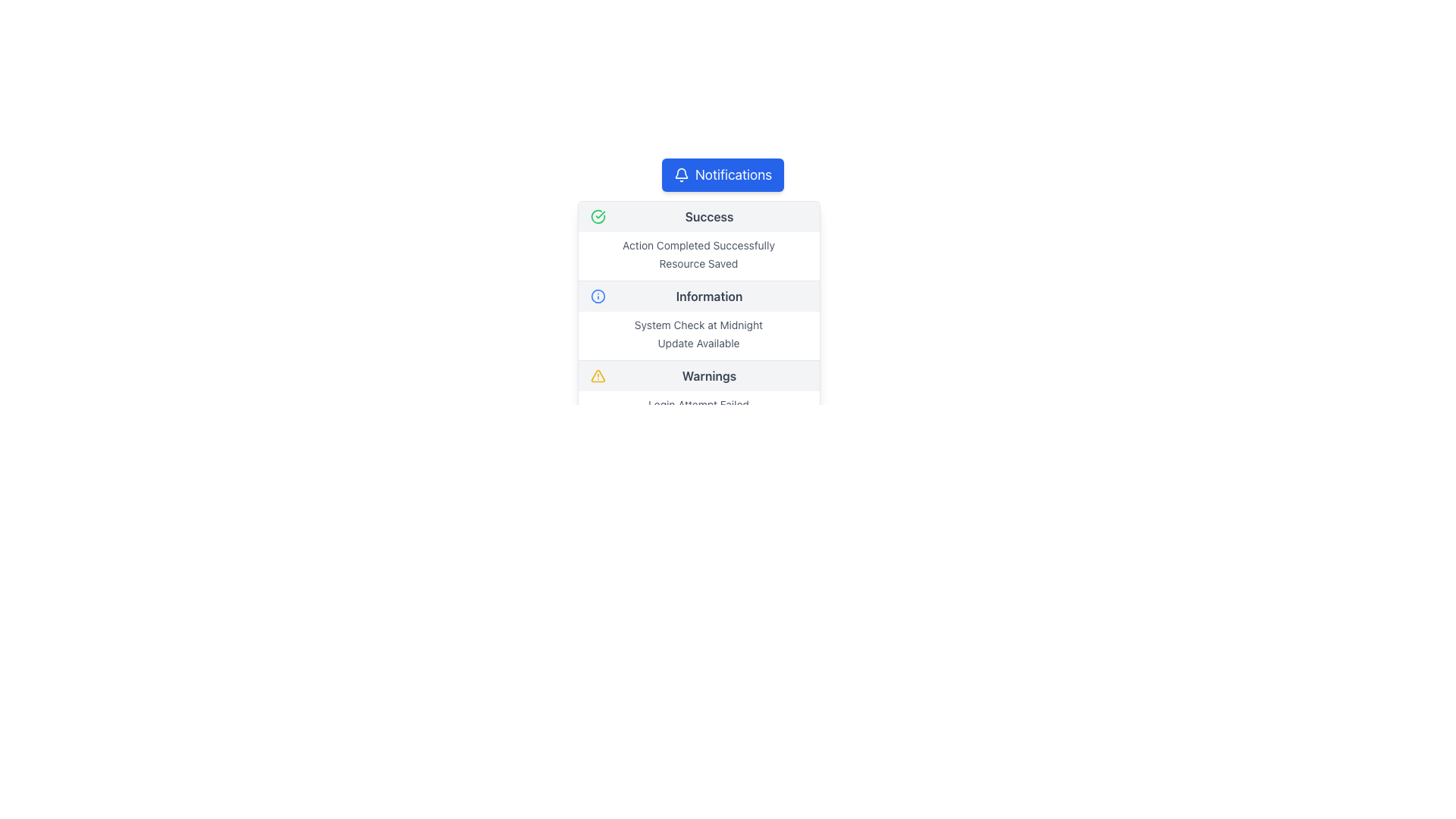 The image size is (1456, 819). Describe the element at coordinates (597, 216) in the screenshot. I see `the circular checkmark icon on the left side of the 'Success' section in the notification component, which indicates a positive status` at that location.